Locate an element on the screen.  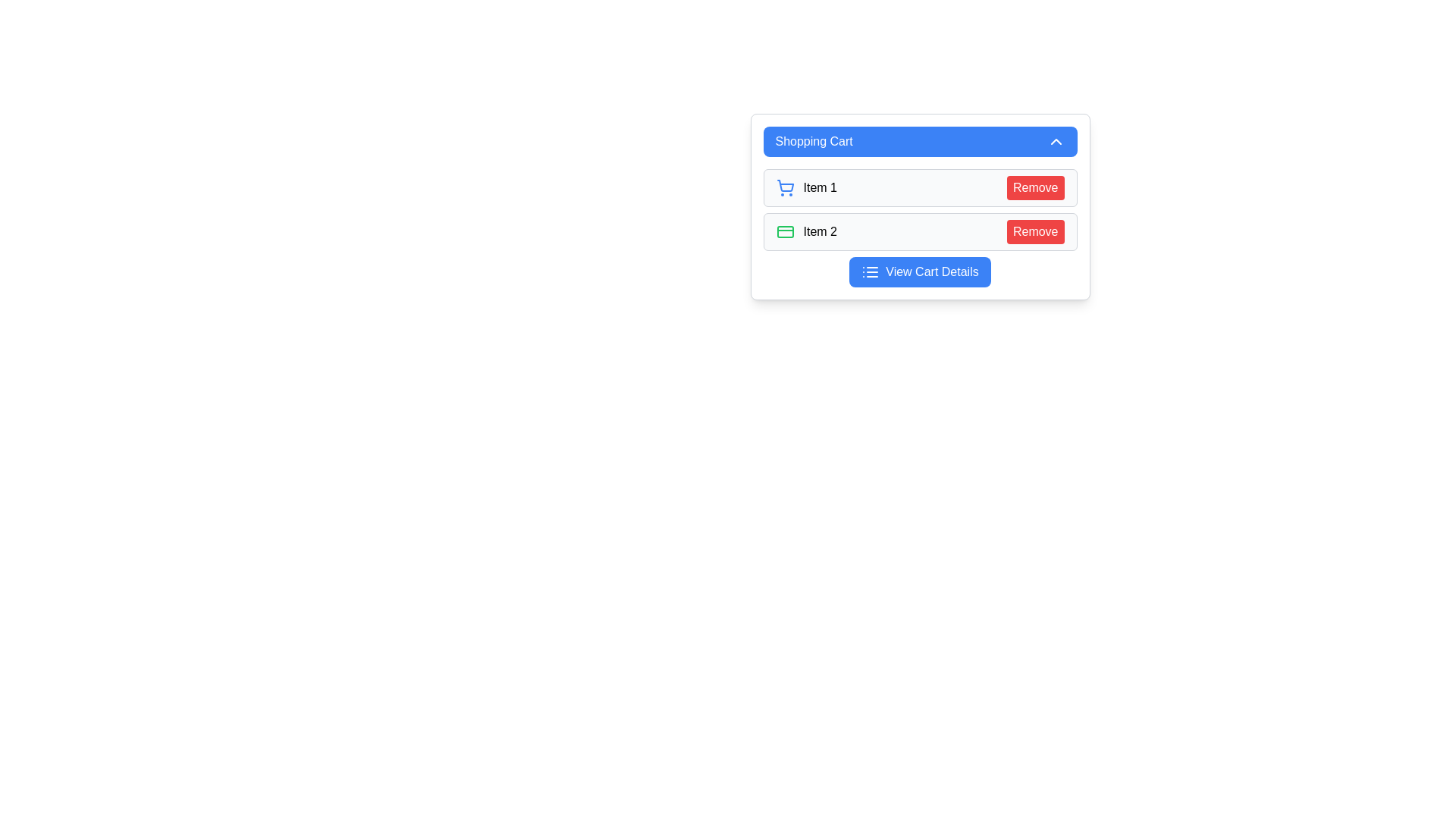
the upward-facing arrow icon in the top right corner of the blue header bar labeled 'Shopping Cart' is located at coordinates (1055, 141).